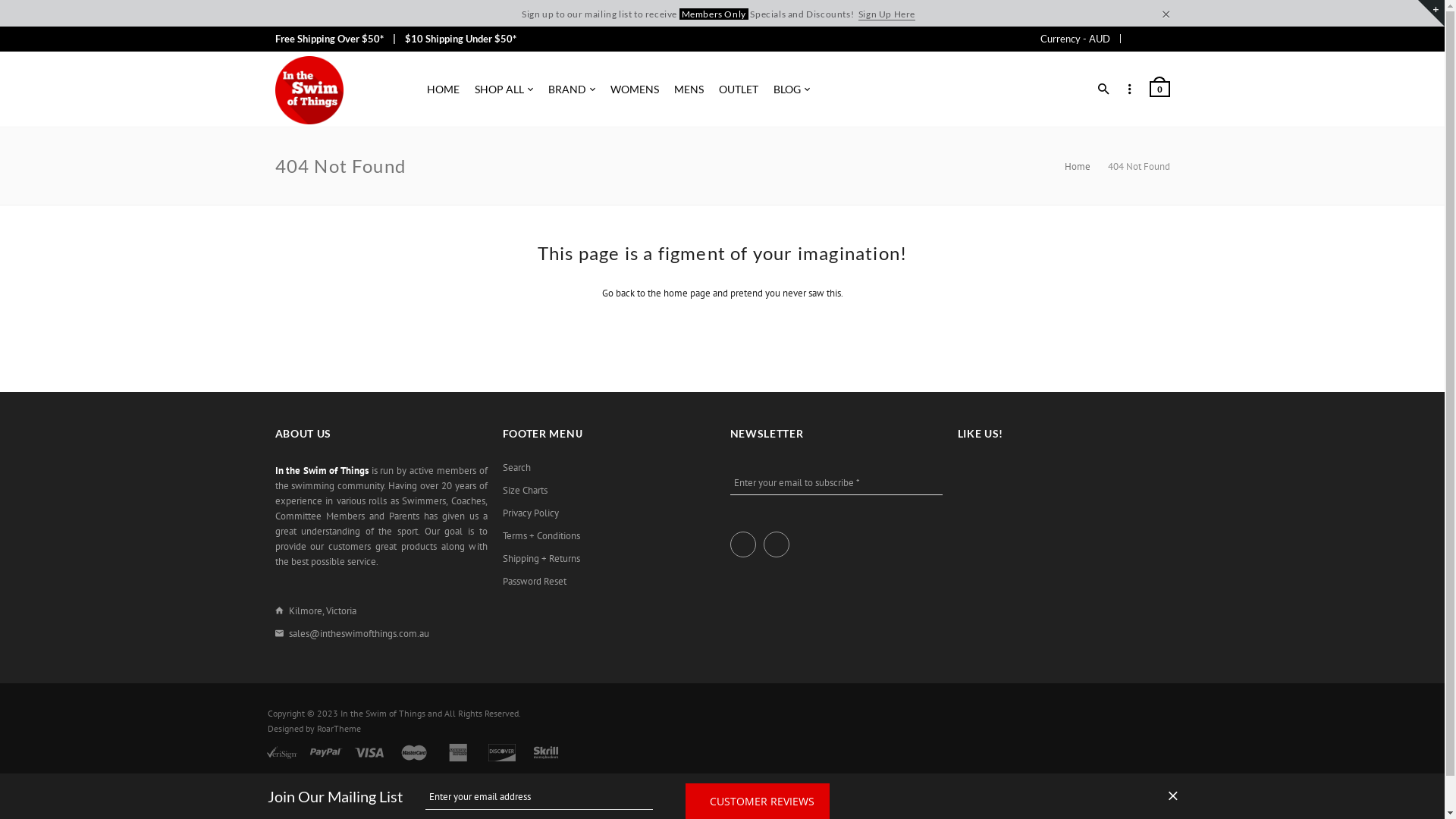 Image resolution: width=1456 pixels, height=819 pixels. Describe the element at coordinates (570, 89) in the screenshot. I see `'BRAND'` at that location.